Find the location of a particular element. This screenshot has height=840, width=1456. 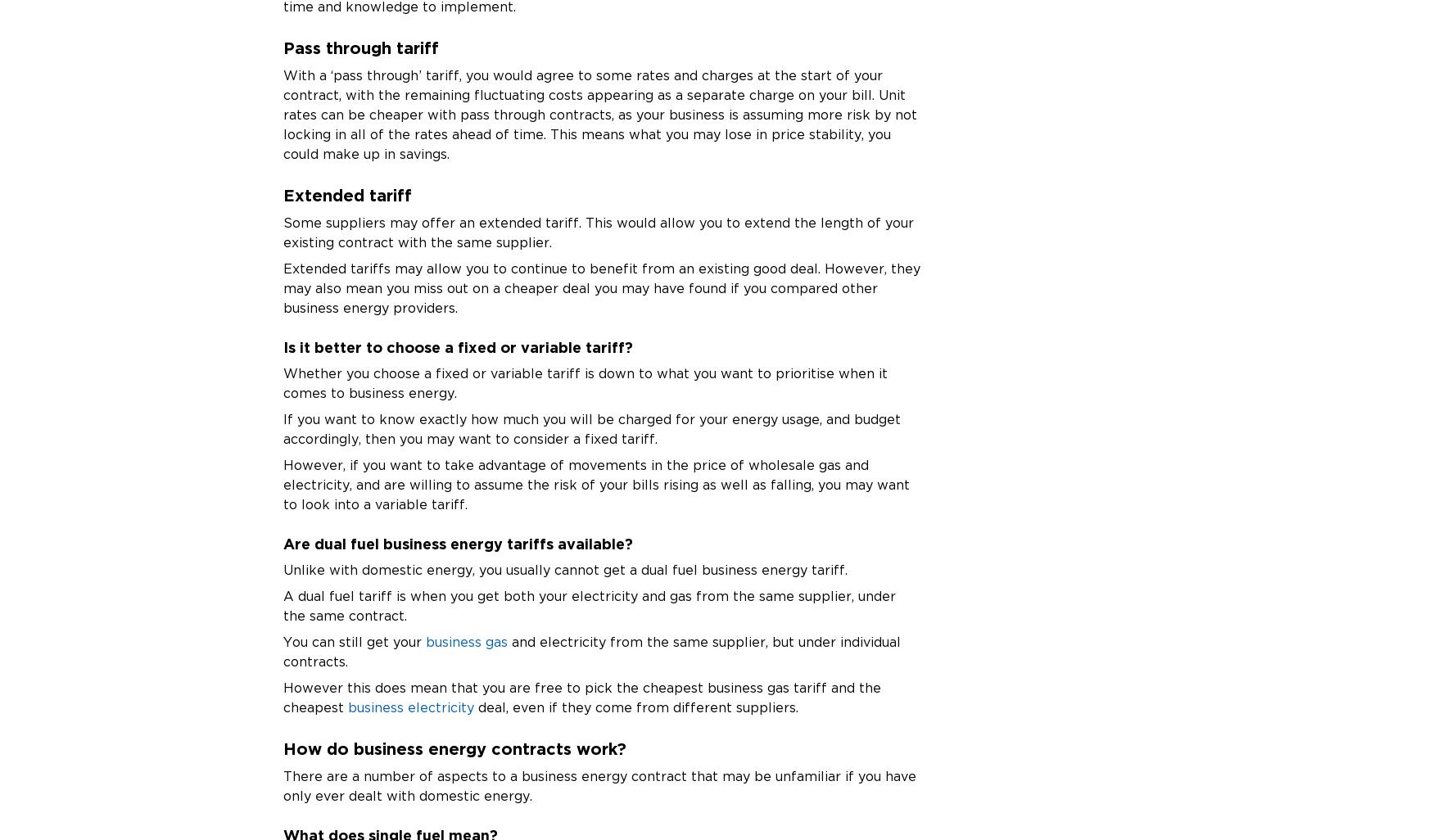

'However this does mean that you are free to pick the cheapest business gas tariff and the cheapest' is located at coordinates (581, 697).